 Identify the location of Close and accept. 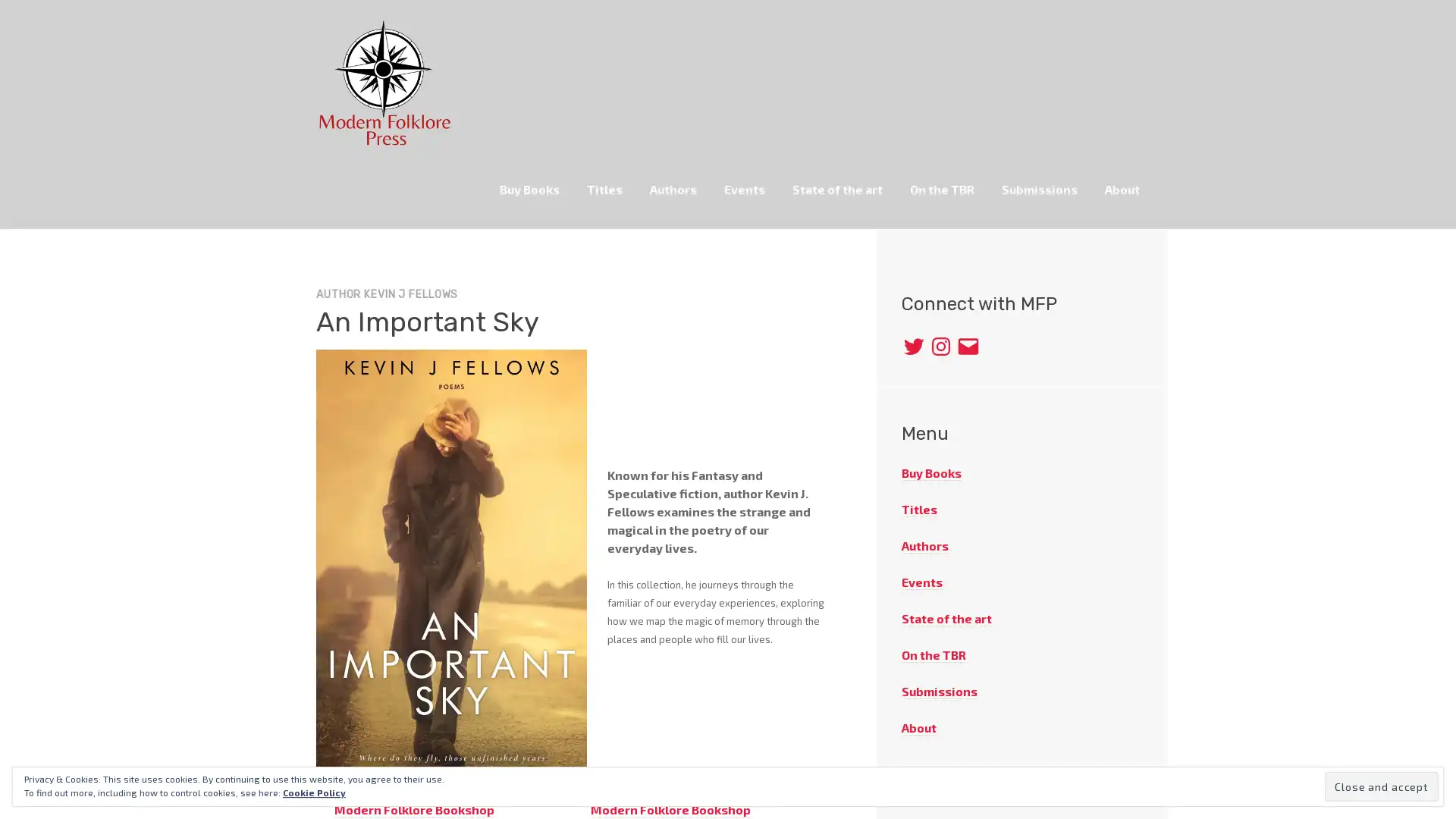
(1382, 786).